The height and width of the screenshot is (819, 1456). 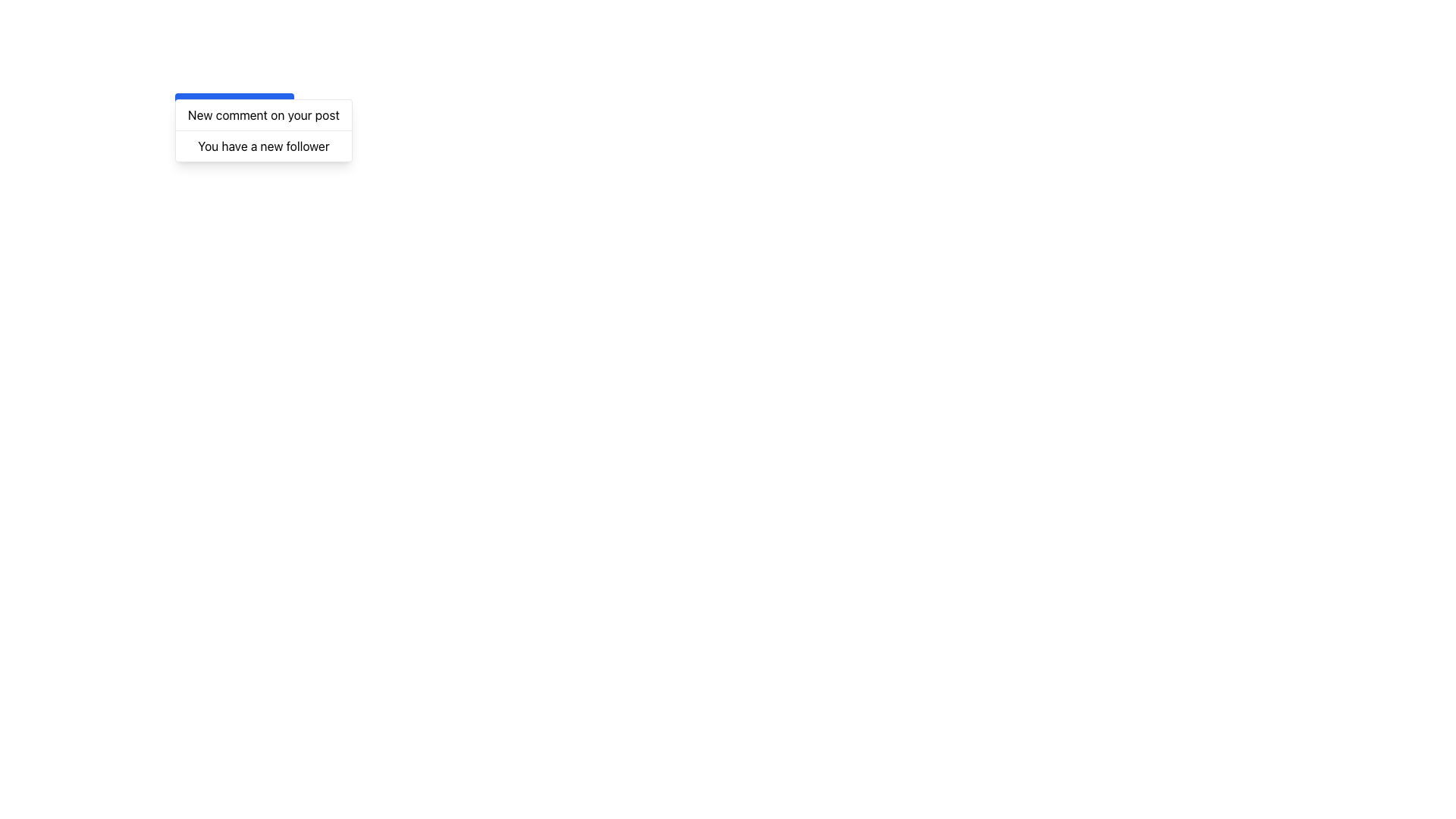 I want to click on the blue bell icon which is part of a notification badge located above a dropdown menu, positioned to the left of the notification text 'New comment on your post', so click(x=191, y=105).